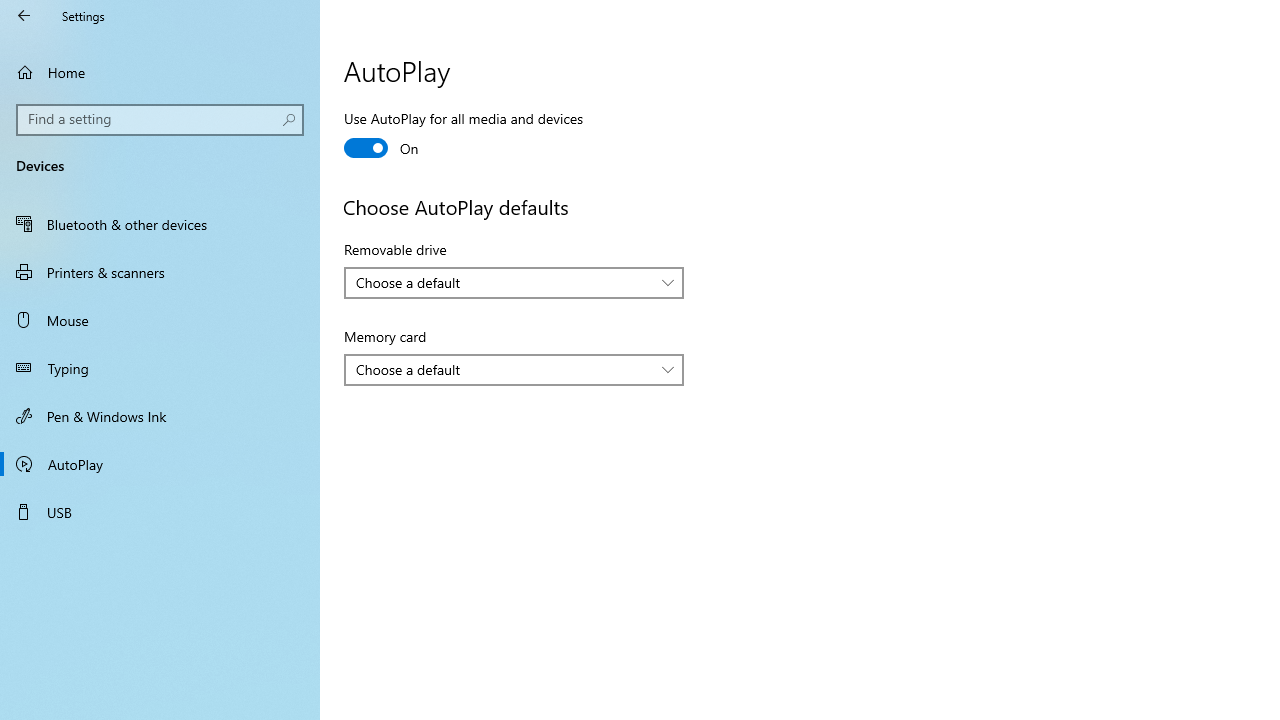 The width and height of the screenshot is (1280, 720). Describe the element at coordinates (463, 135) in the screenshot. I see `'Use AutoPlay for all media and devices'` at that location.